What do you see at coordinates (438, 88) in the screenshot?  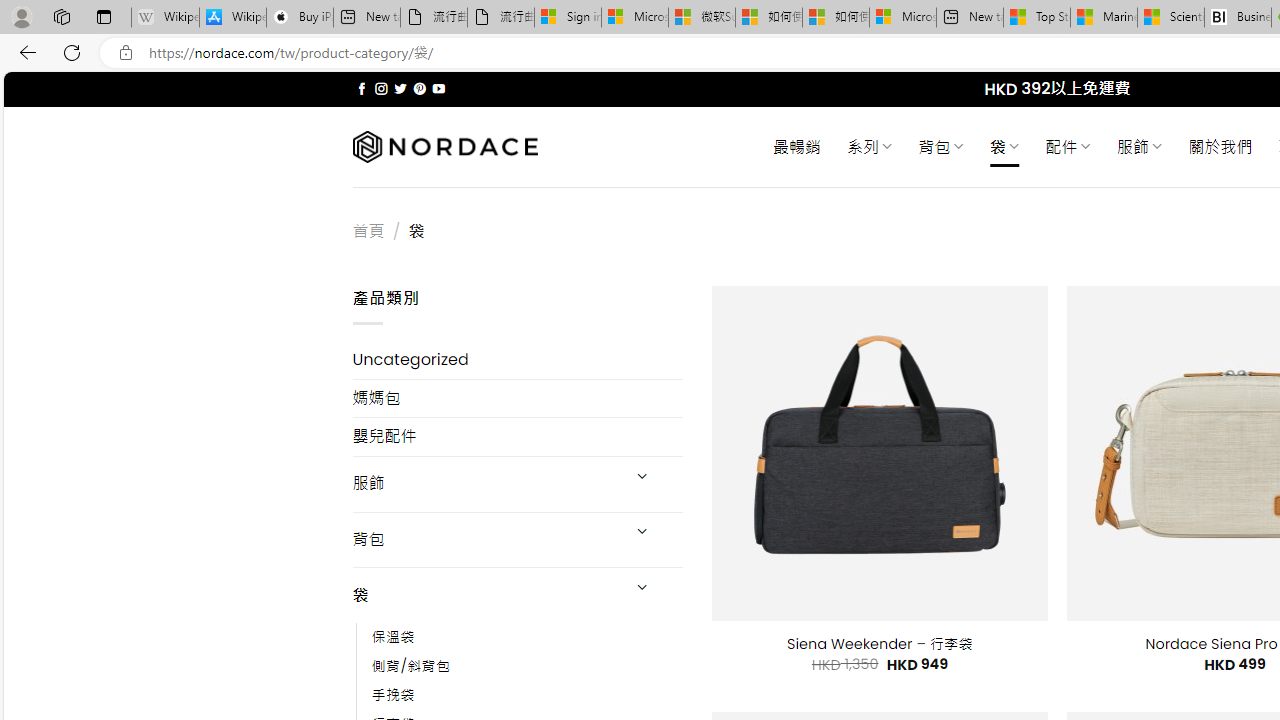 I see `'Follow on YouTube'` at bounding box center [438, 88].